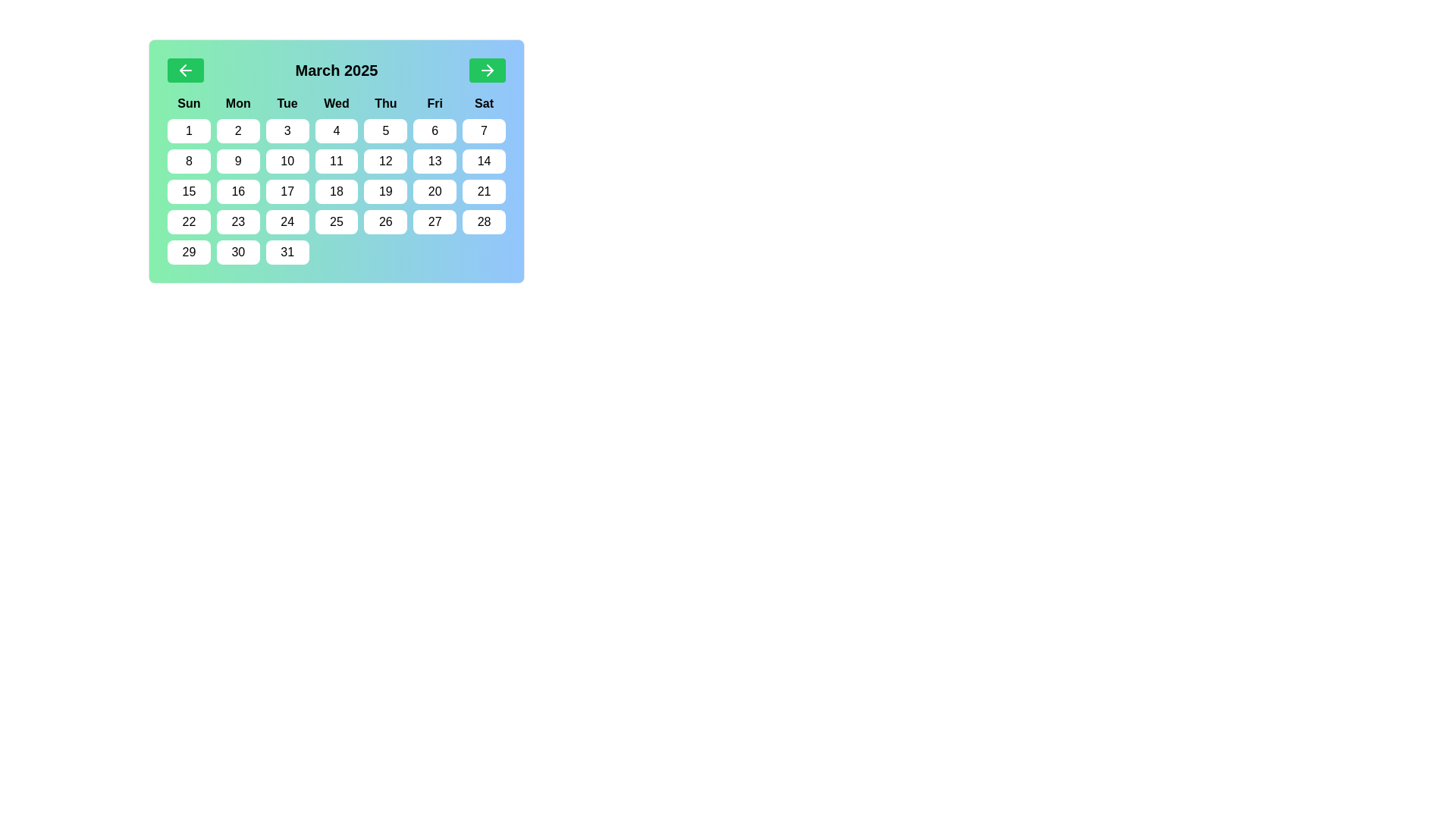 Image resolution: width=1456 pixels, height=819 pixels. Describe the element at coordinates (188, 130) in the screenshot. I see `the rounded rectangular button with a white background and the number '1' centered in bold black text, which is the first element in the grid of dates under the 'Sun' column in the calendar, located at the top-left corner of the grid` at that location.